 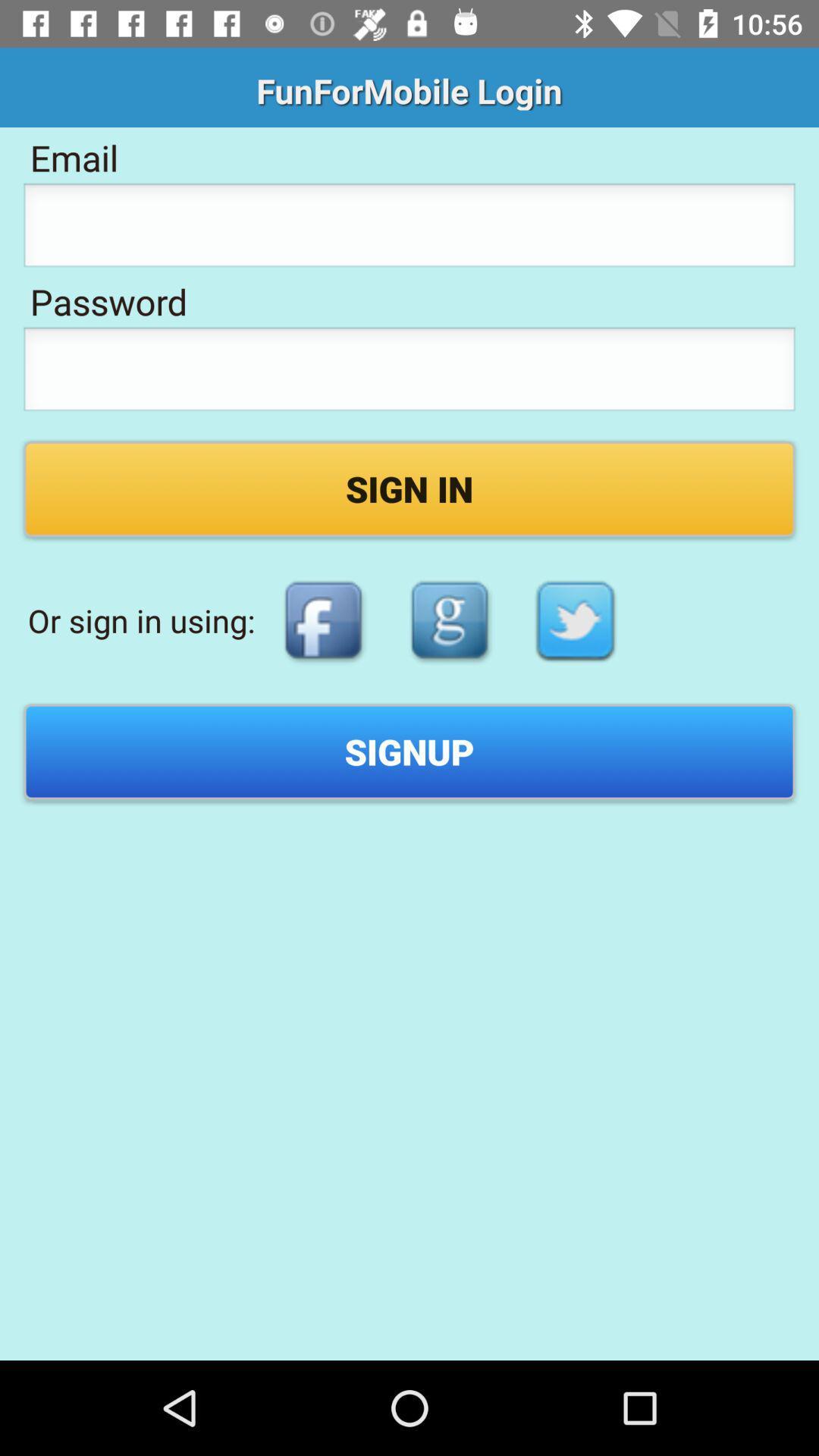 I want to click on app to the right of or sign in item, so click(x=322, y=620).